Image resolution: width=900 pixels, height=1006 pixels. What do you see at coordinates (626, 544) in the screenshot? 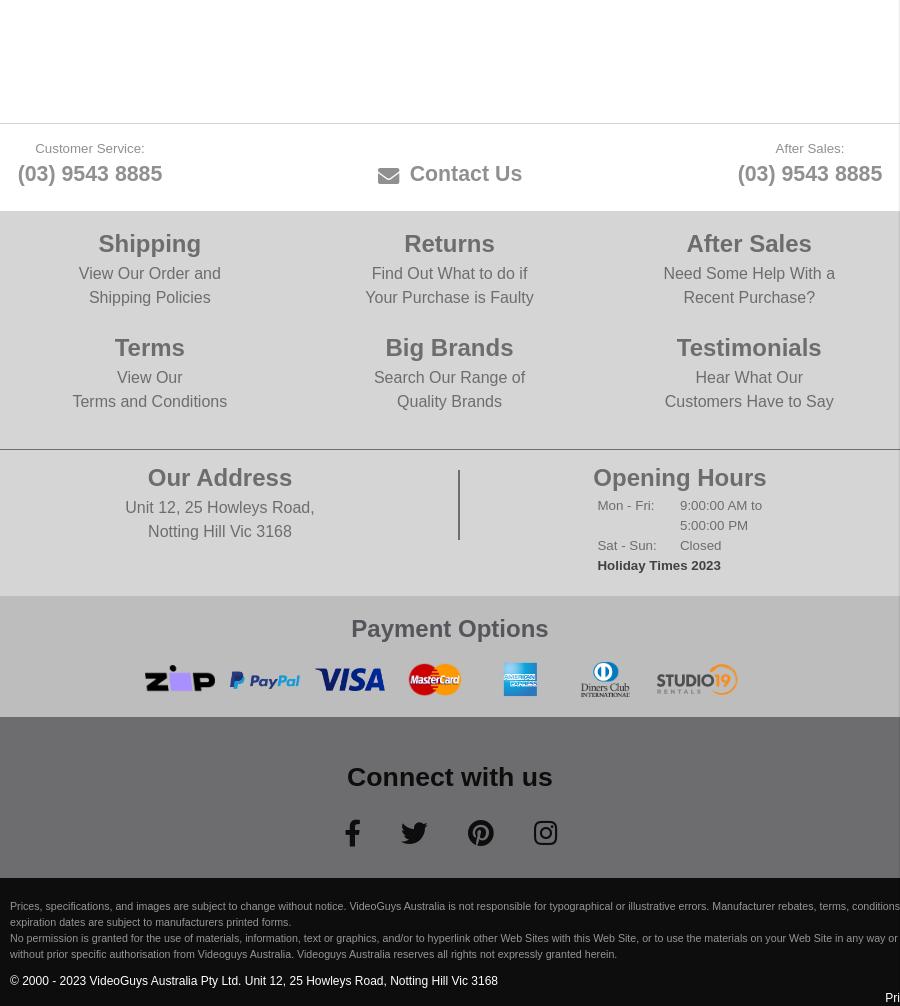
I see `'Sat - Sun:'` at bounding box center [626, 544].